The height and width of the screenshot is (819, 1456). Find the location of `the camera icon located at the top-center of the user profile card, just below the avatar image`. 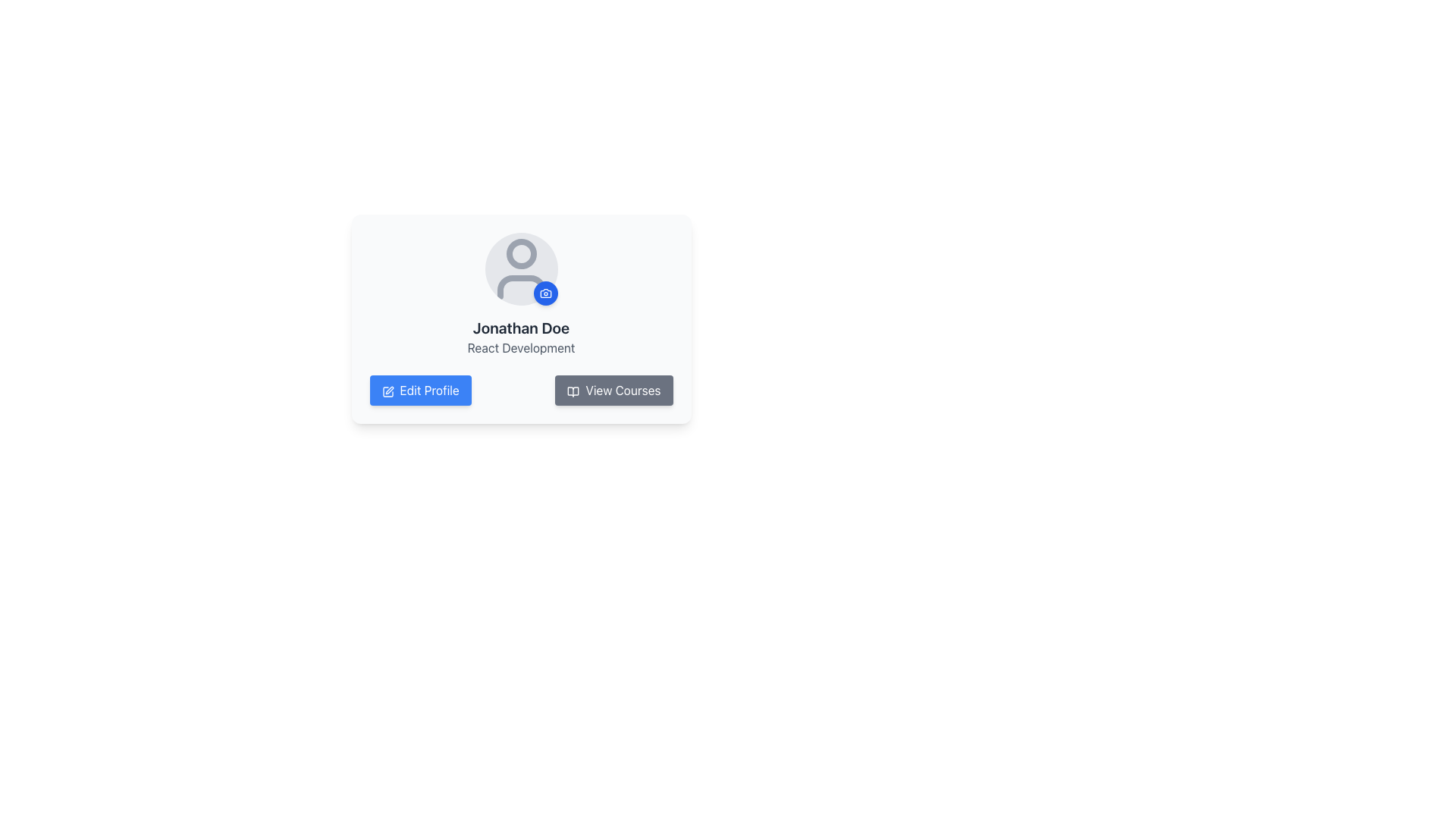

the camera icon located at the top-center of the user profile card, just below the avatar image is located at coordinates (545, 293).